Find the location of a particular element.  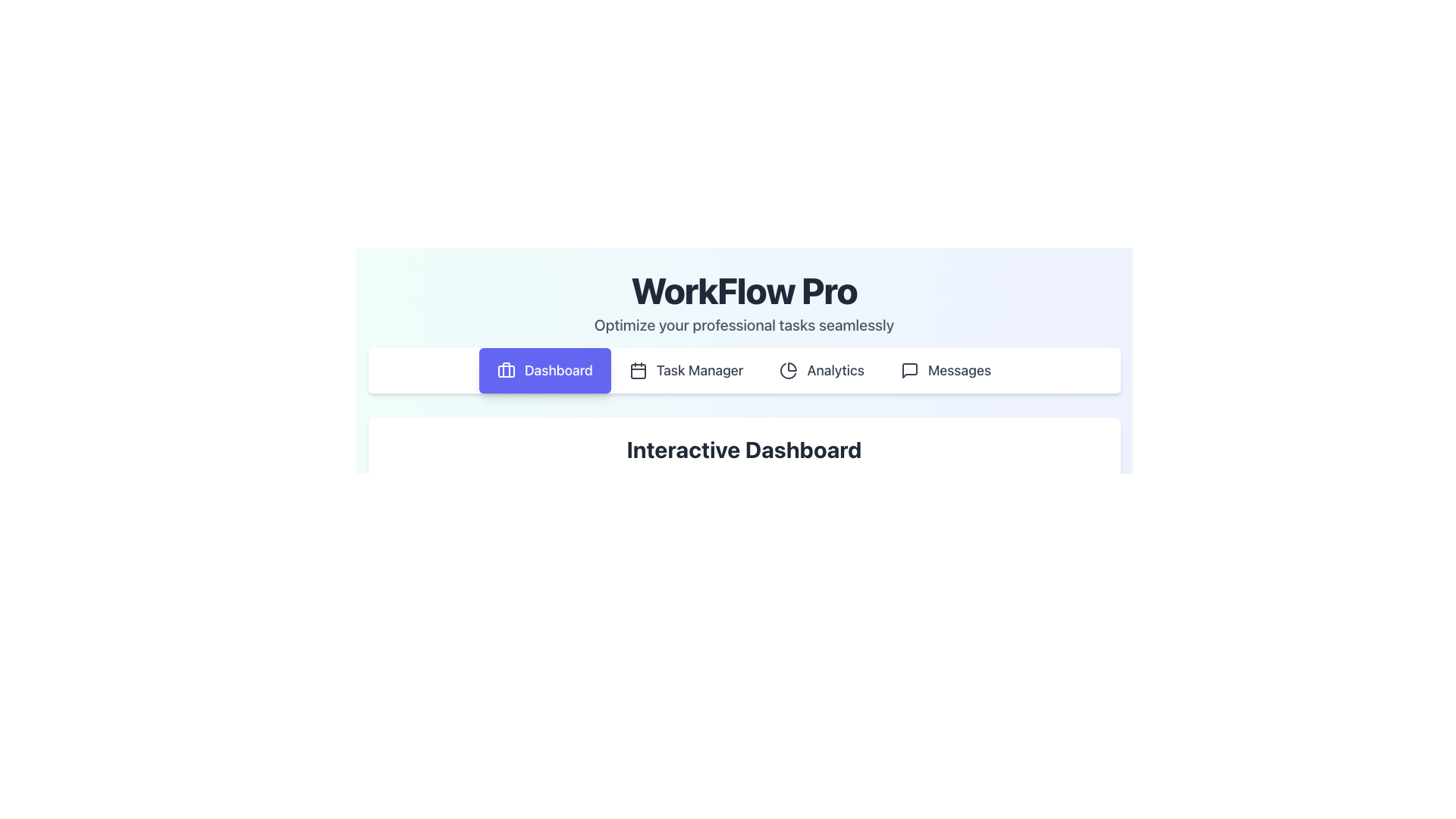

the third button in the horizontal navigation bar, which is located between 'Task Manager' and 'Messages' is located at coordinates (821, 371).